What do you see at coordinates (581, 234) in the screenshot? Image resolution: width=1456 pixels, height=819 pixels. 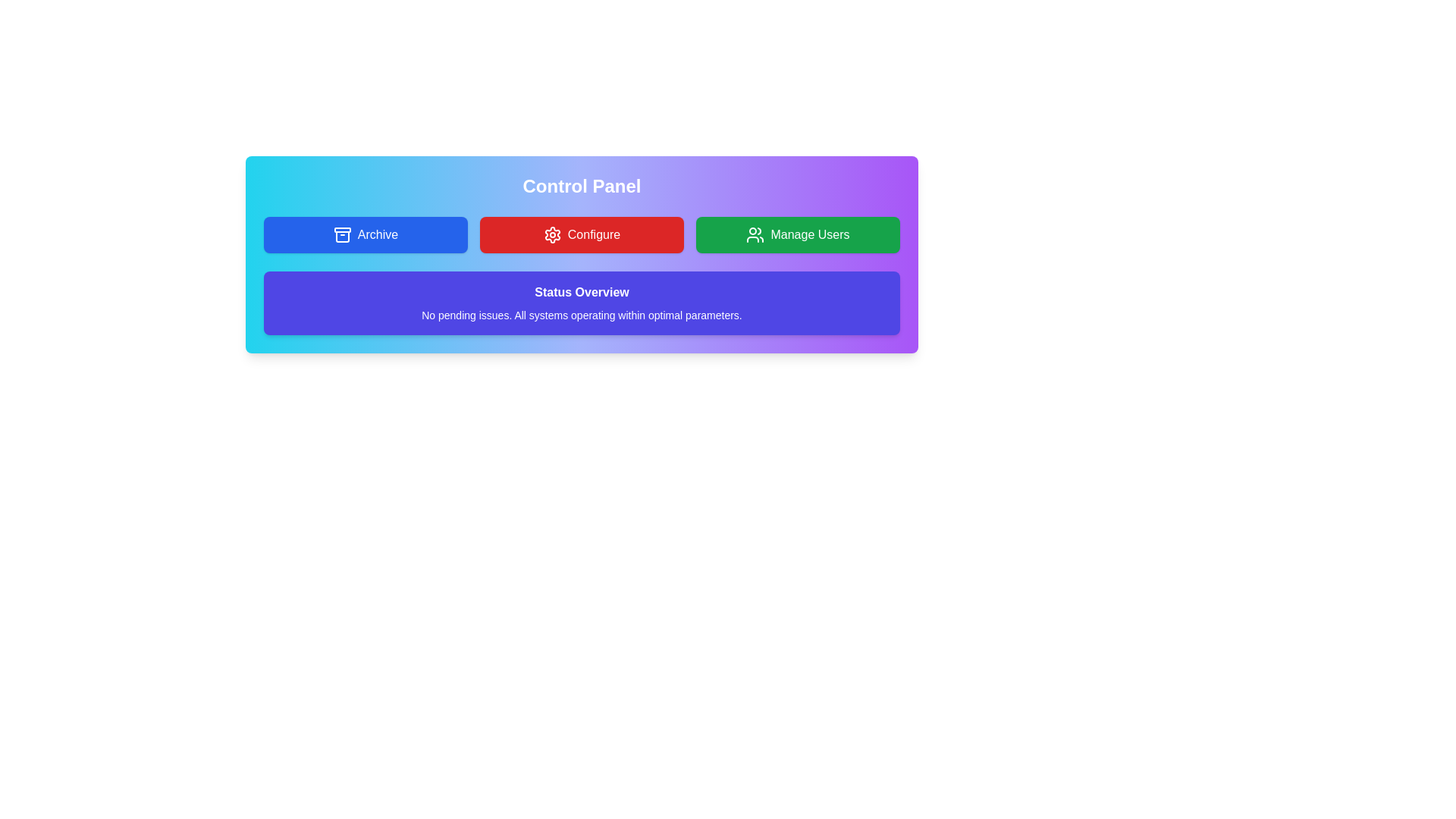 I see `the group of buttons containing 'Archive', 'Configure', and 'Manage Users', which is located below the 'Control Panel' title and above the 'Status Overview' section` at bounding box center [581, 234].